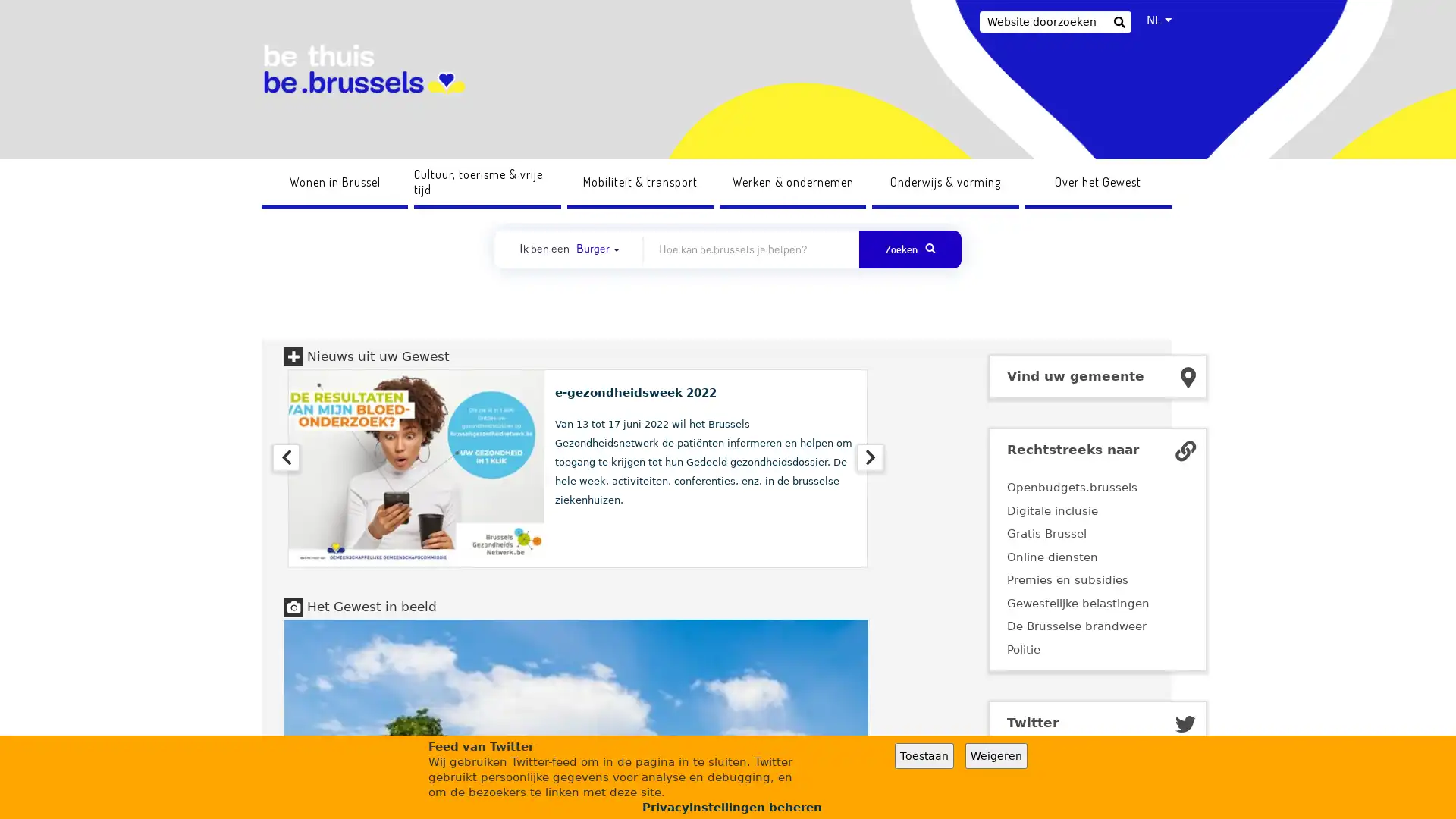  I want to click on Weigeren, so click(996, 755).